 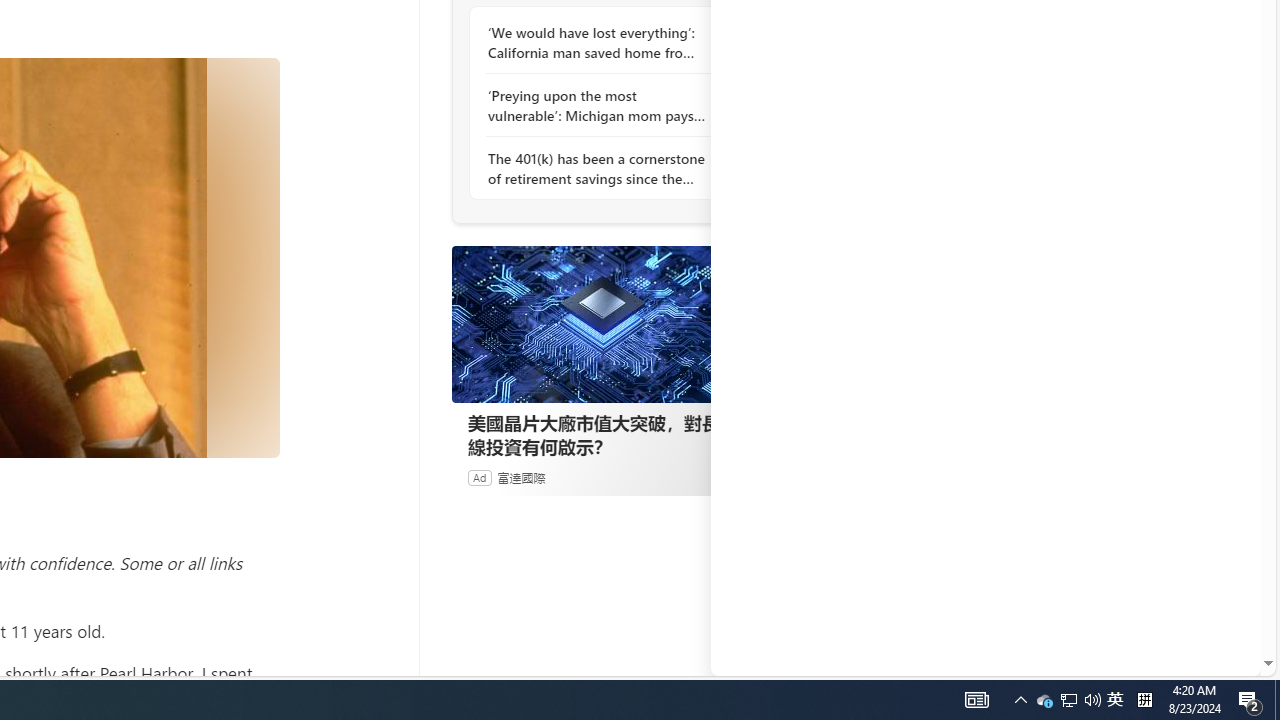 What do you see at coordinates (478, 477) in the screenshot?
I see `'Ad'` at bounding box center [478, 477].